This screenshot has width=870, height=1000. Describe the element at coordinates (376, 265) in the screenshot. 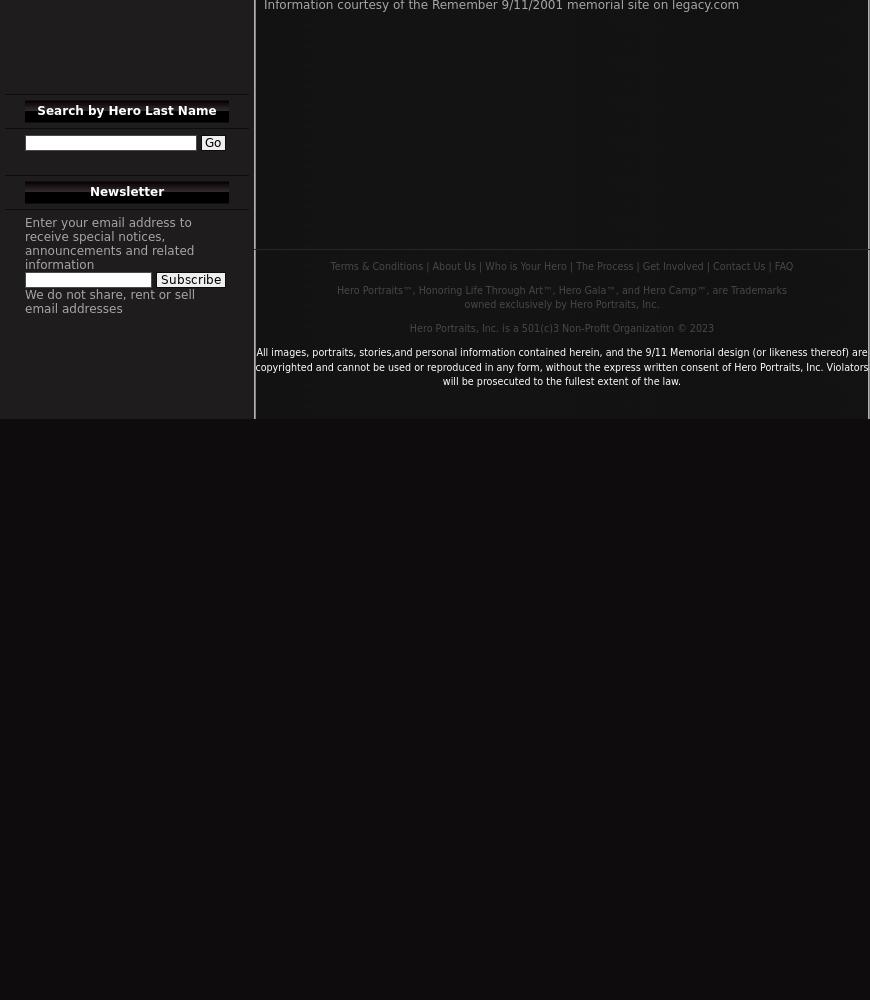

I see `'Terms & Conditions'` at that location.